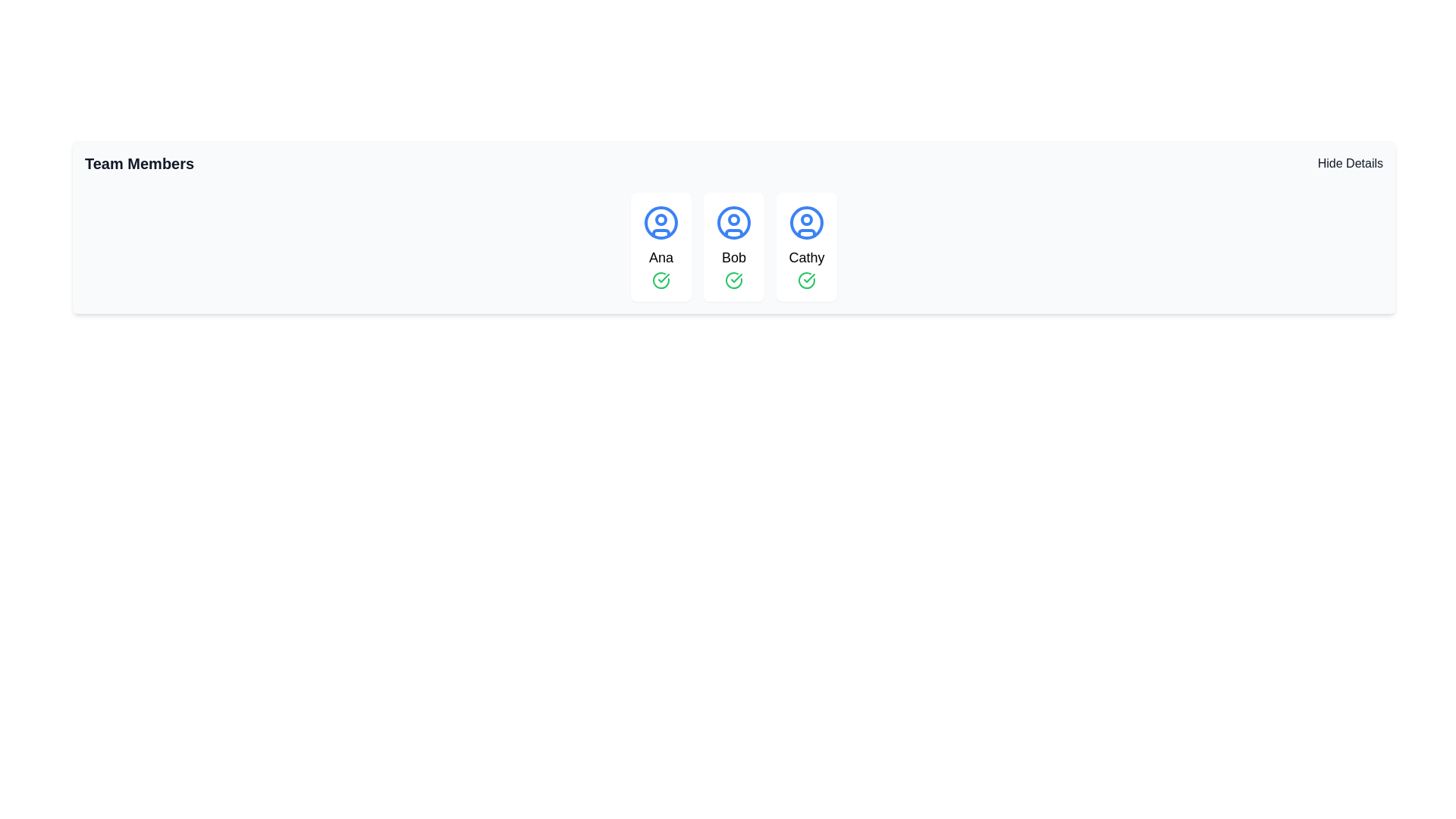 Image resolution: width=1456 pixels, height=819 pixels. I want to click on the text label identifying the individual represented by the user icon in the first column of user profile cards, so click(661, 256).